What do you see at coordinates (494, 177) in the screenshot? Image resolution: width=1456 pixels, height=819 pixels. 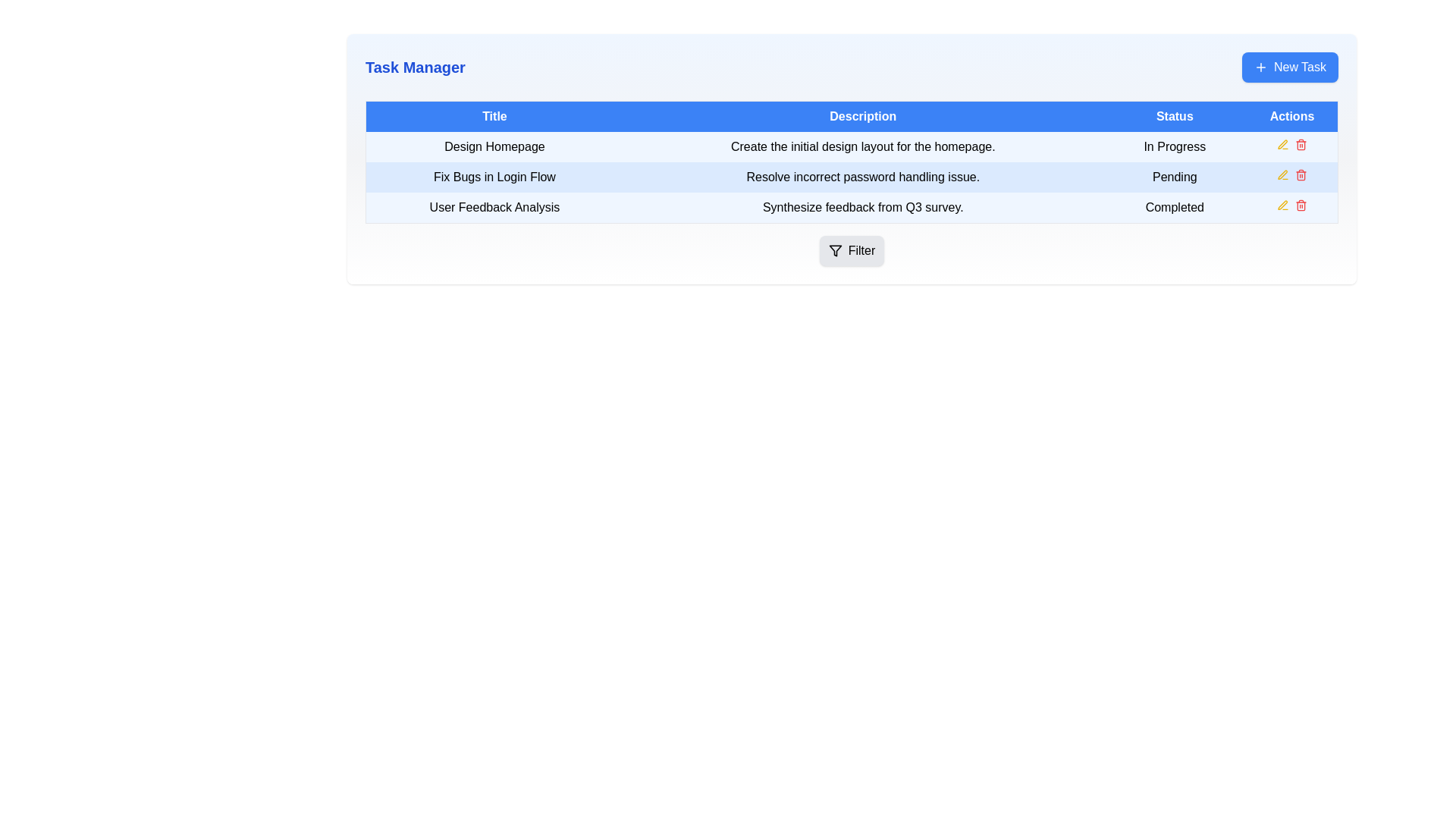 I see `the Text label displaying the task title 'Fix Bugs in Login Flow' located in the first cell of the 'Task Manager' section under the 'Title' column` at bounding box center [494, 177].